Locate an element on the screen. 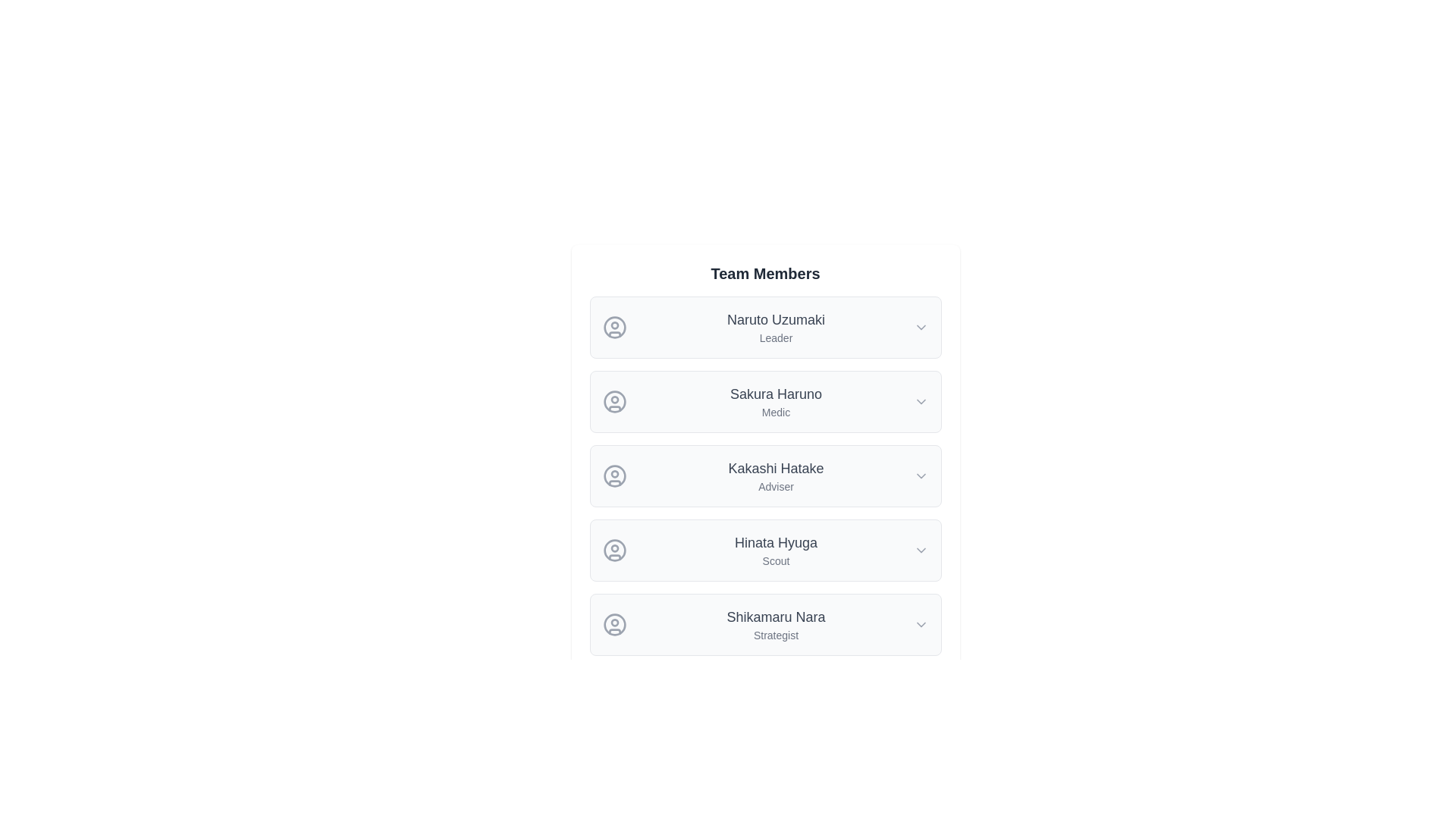 The height and width of the screenshot is (819, 1456). the dropdown toggle button located in the rightmost area of the rectangular box containing 'Sakura Haruno' is located at coordinates (920, 400).